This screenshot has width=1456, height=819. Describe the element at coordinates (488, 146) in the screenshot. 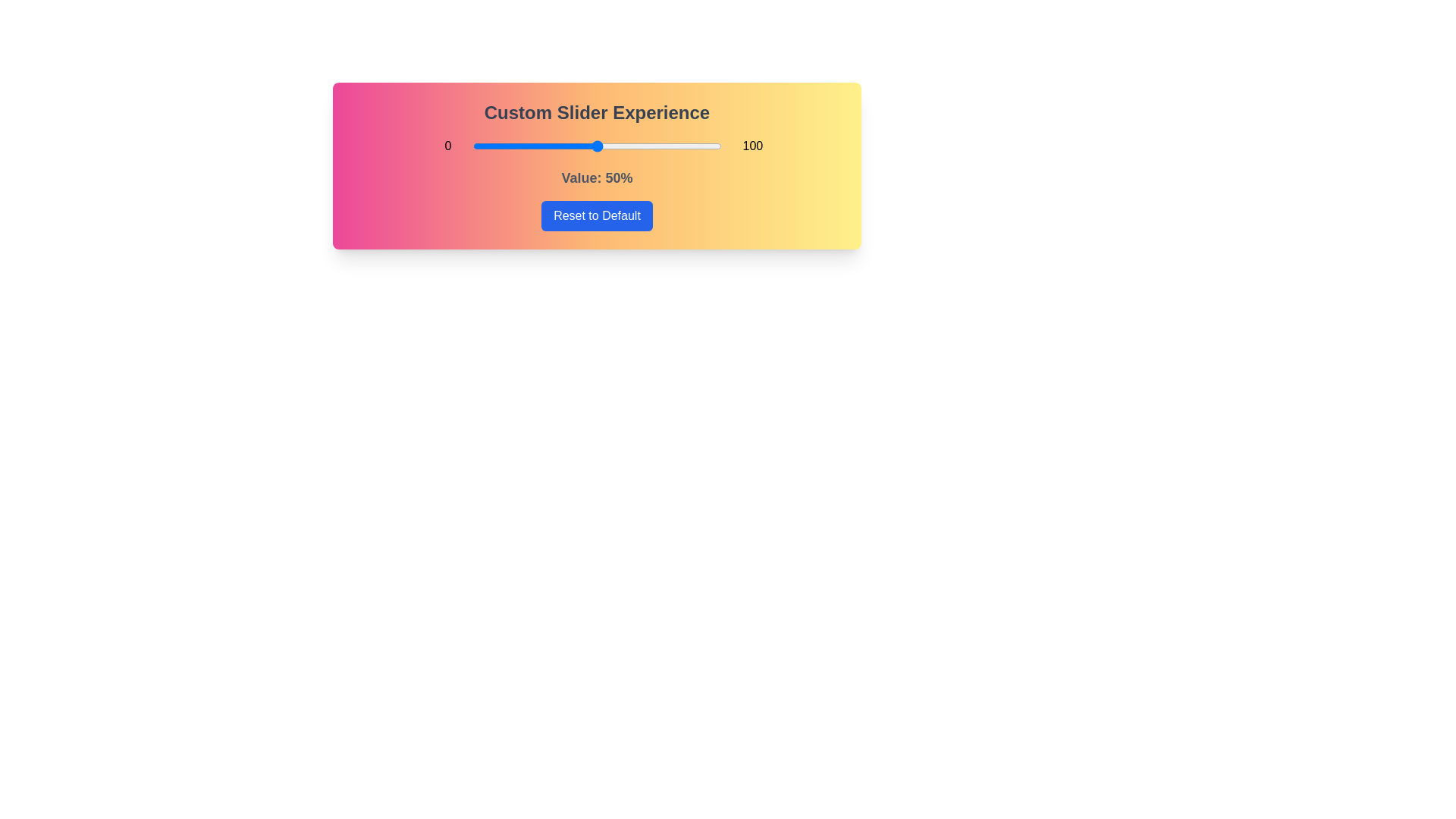

I see `the slider to 6% to explore the gradient background` at that location.